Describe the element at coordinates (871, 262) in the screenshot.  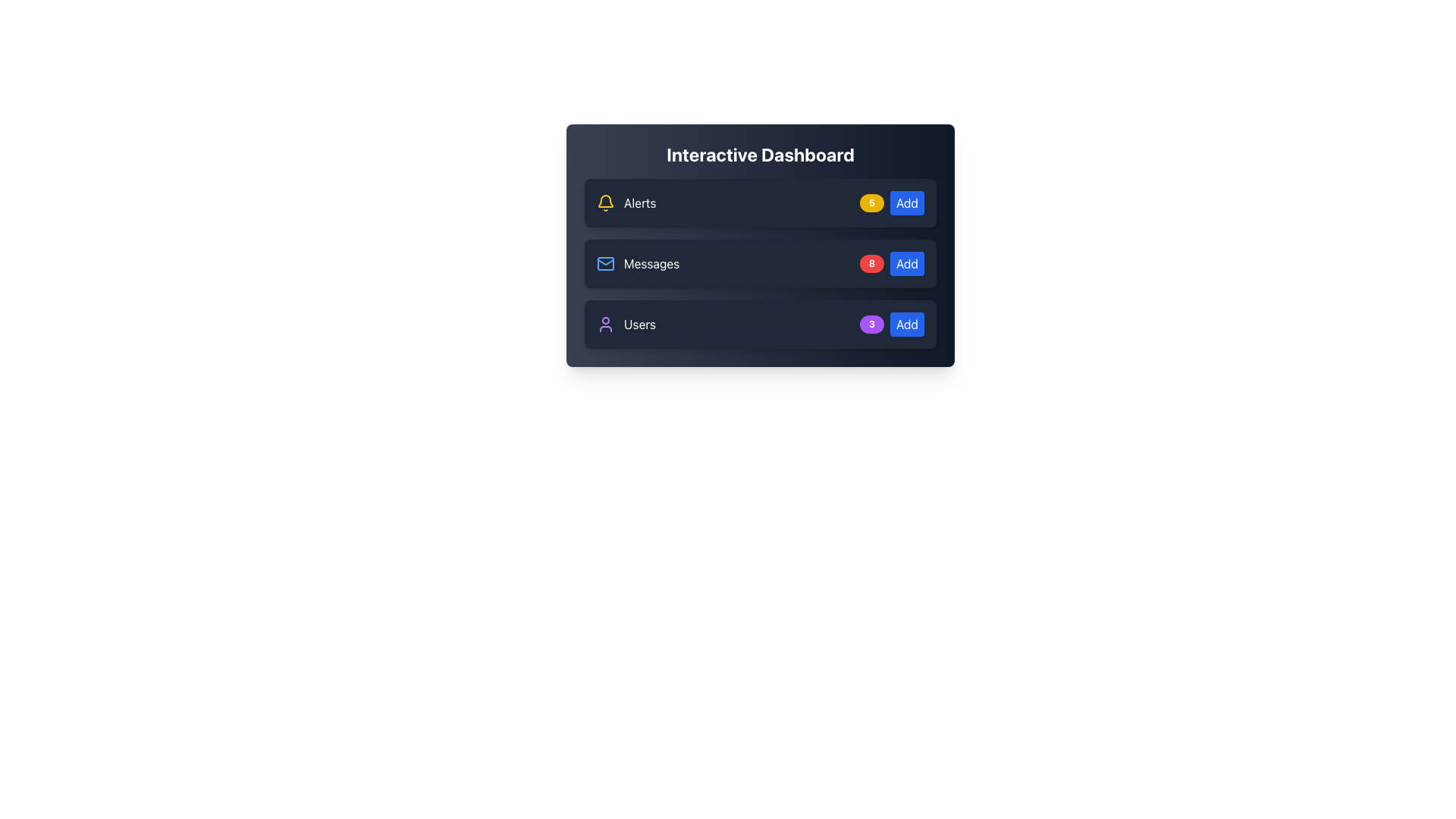
I see `the red badge displaying the number '8' in the 'Messages' row for status updates` at that location.